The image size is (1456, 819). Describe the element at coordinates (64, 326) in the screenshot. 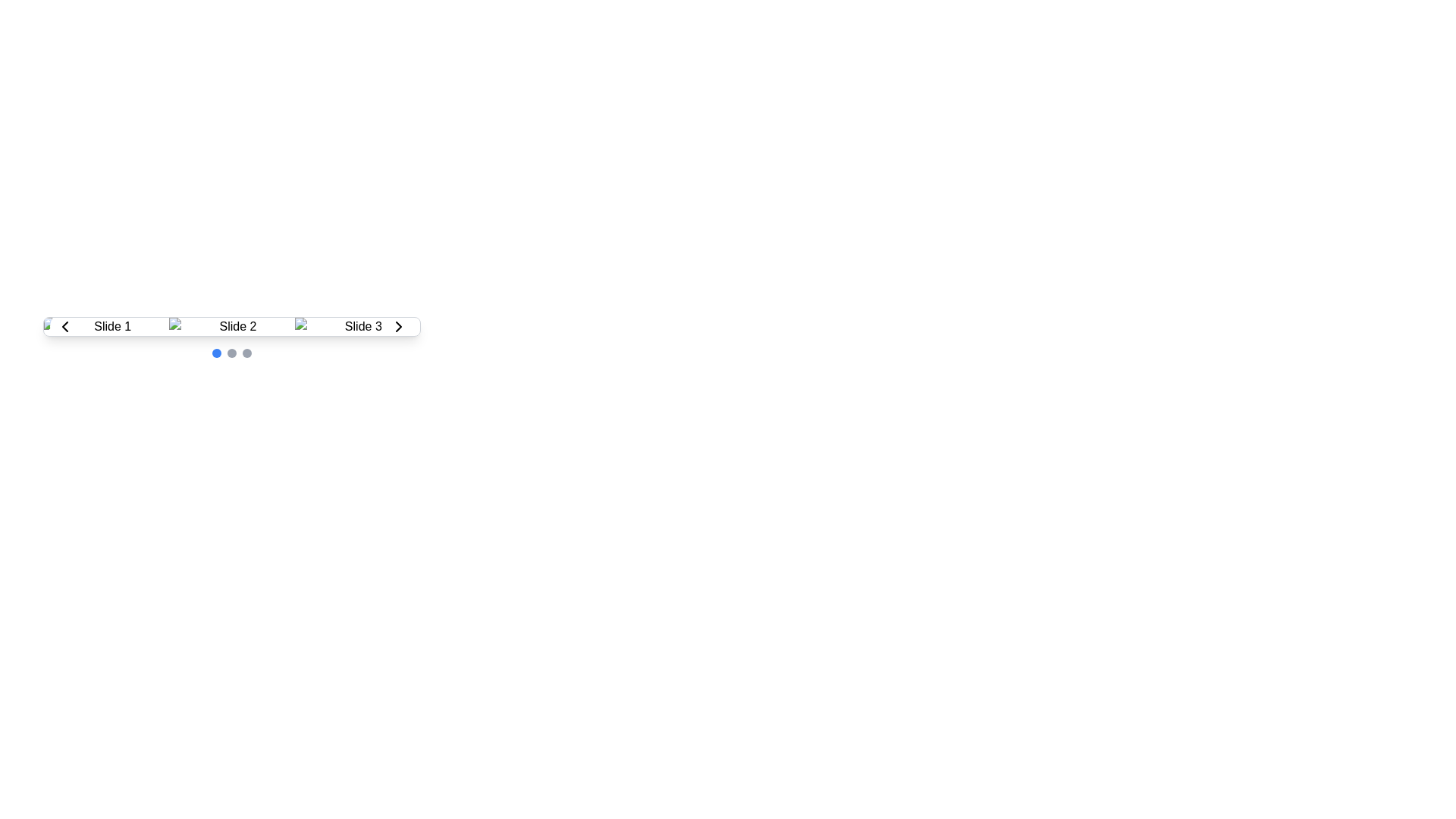

I see `the leftward-pointing chevron icon` at that location.